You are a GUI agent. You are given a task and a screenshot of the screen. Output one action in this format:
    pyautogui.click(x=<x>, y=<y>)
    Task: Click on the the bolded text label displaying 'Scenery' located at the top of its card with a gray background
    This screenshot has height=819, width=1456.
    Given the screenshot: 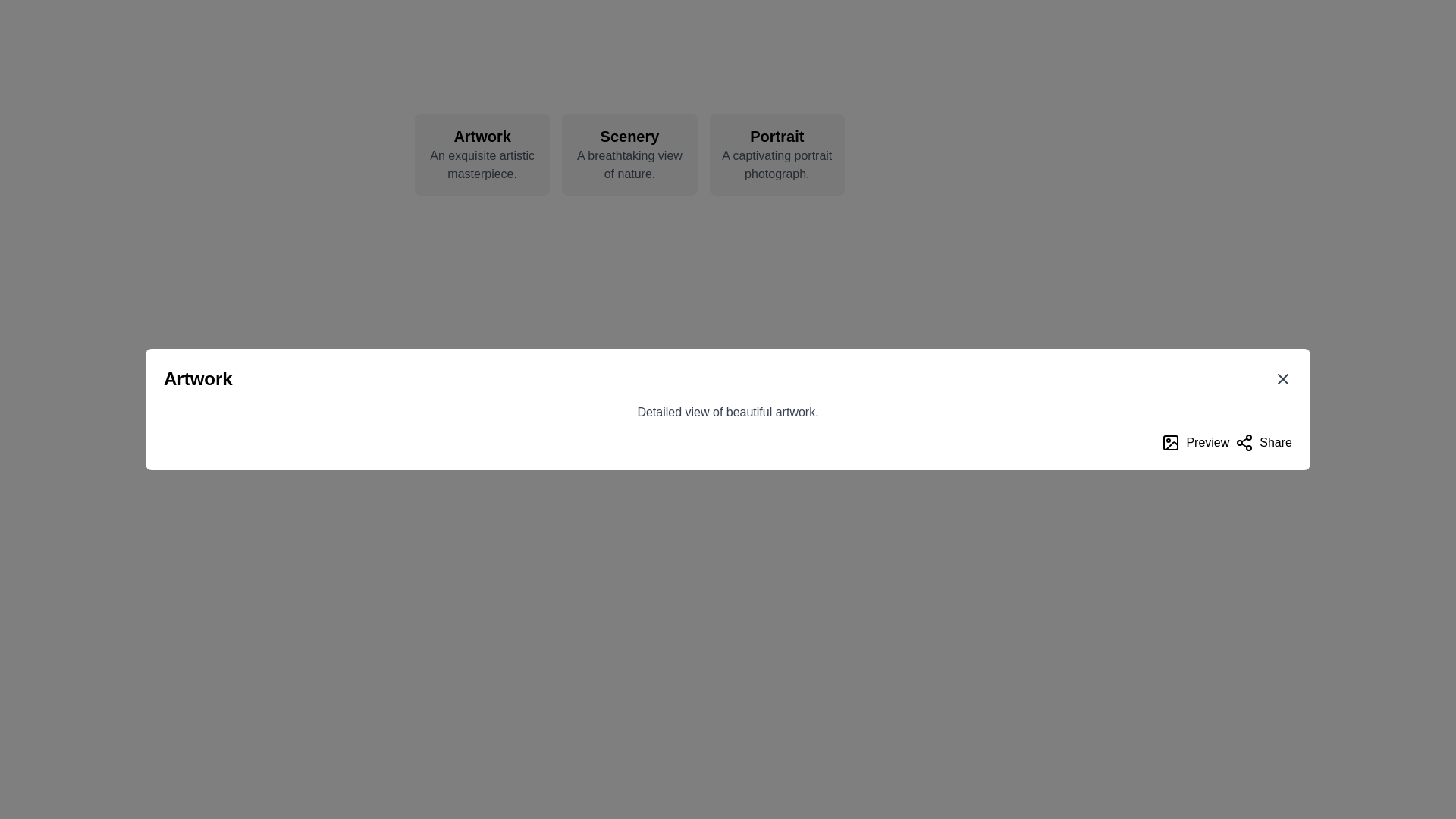 What is the action you would take?
    pyautogui.click(x=629, y=136)
    